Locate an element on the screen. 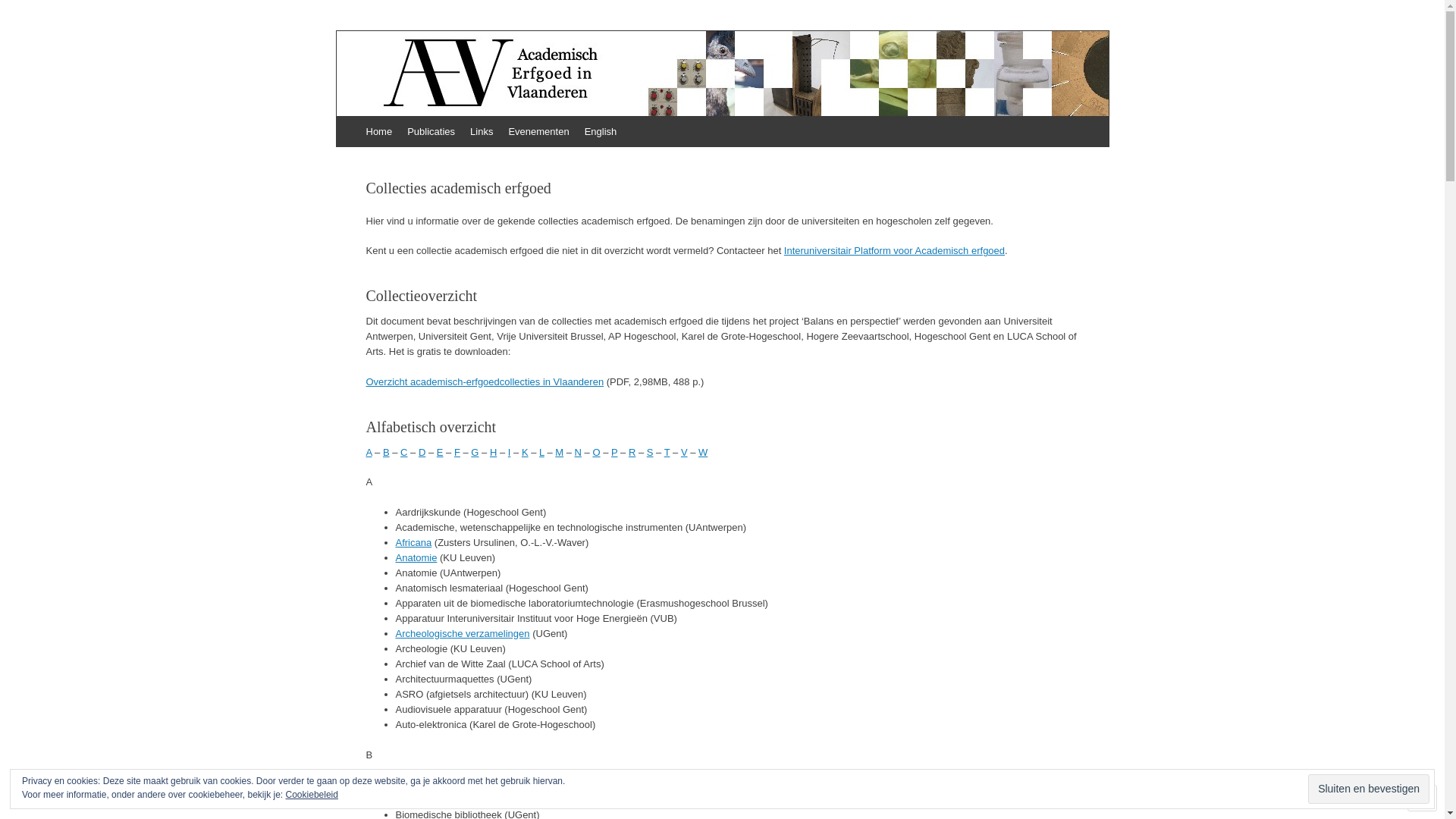  'Home' is located at coordinates (378, 130).